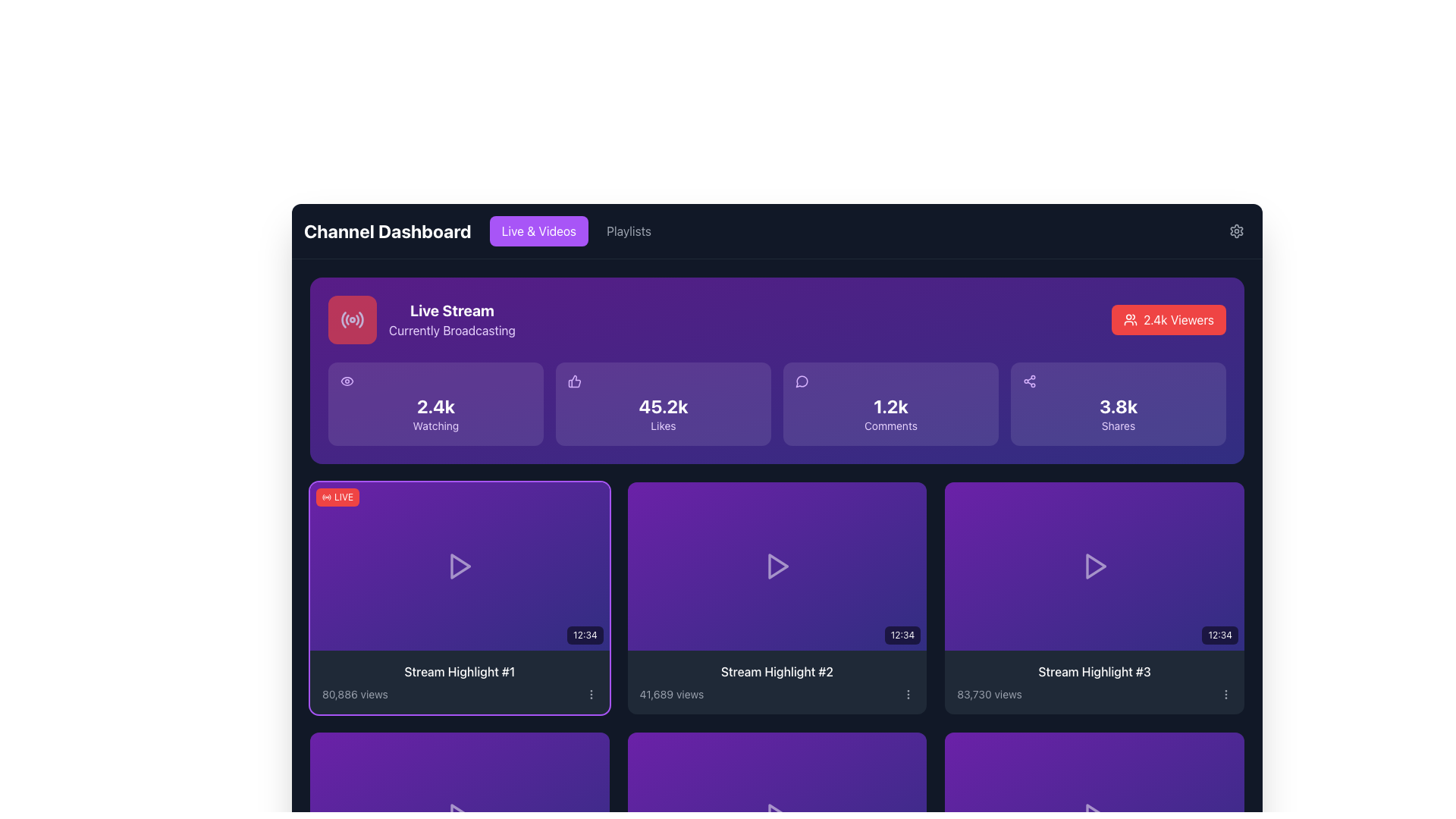 The height and width of the screenshot is (819, 1456). Describe the element at coordinates (777, 566) in the screenshot. I see `the triangular play button icon located centrally within the second tile of the video highlights interface` at that location.